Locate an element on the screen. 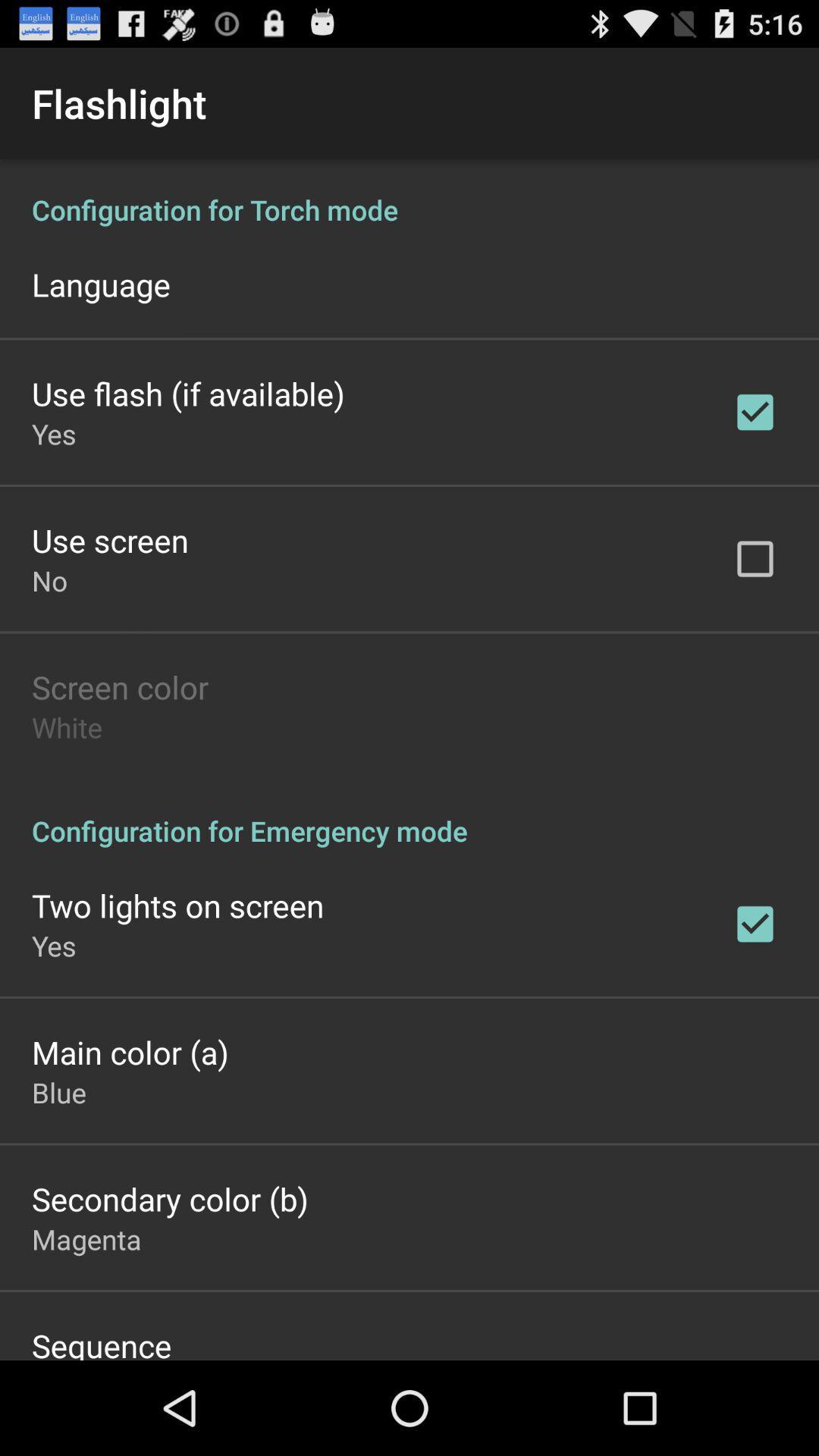 The width and height of the screenshot is (819, 1456). use flash if app is located at coordinates (187, 393).